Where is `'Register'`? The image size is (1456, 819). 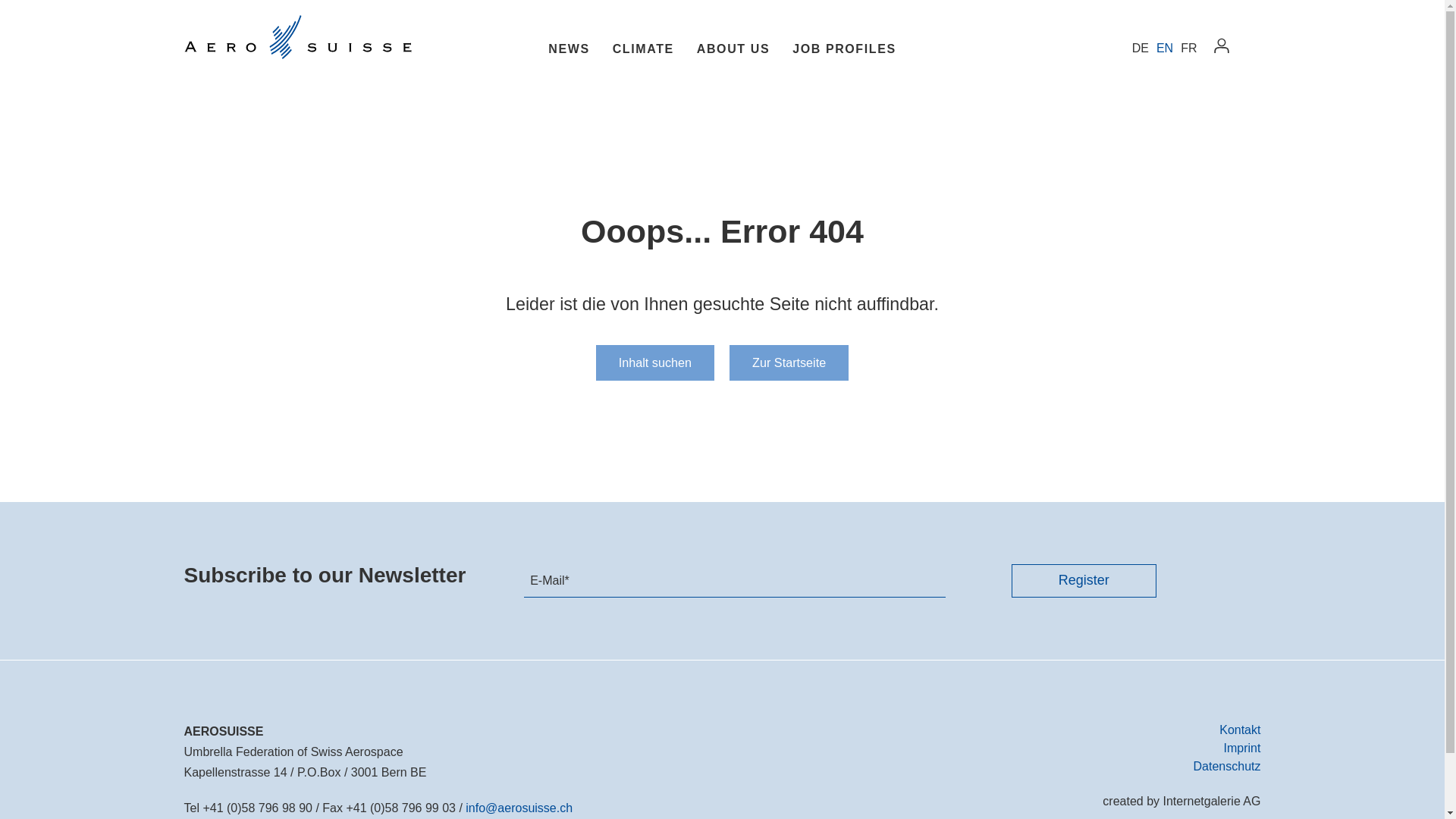
'Register' is located at coordinates (1083, 580).